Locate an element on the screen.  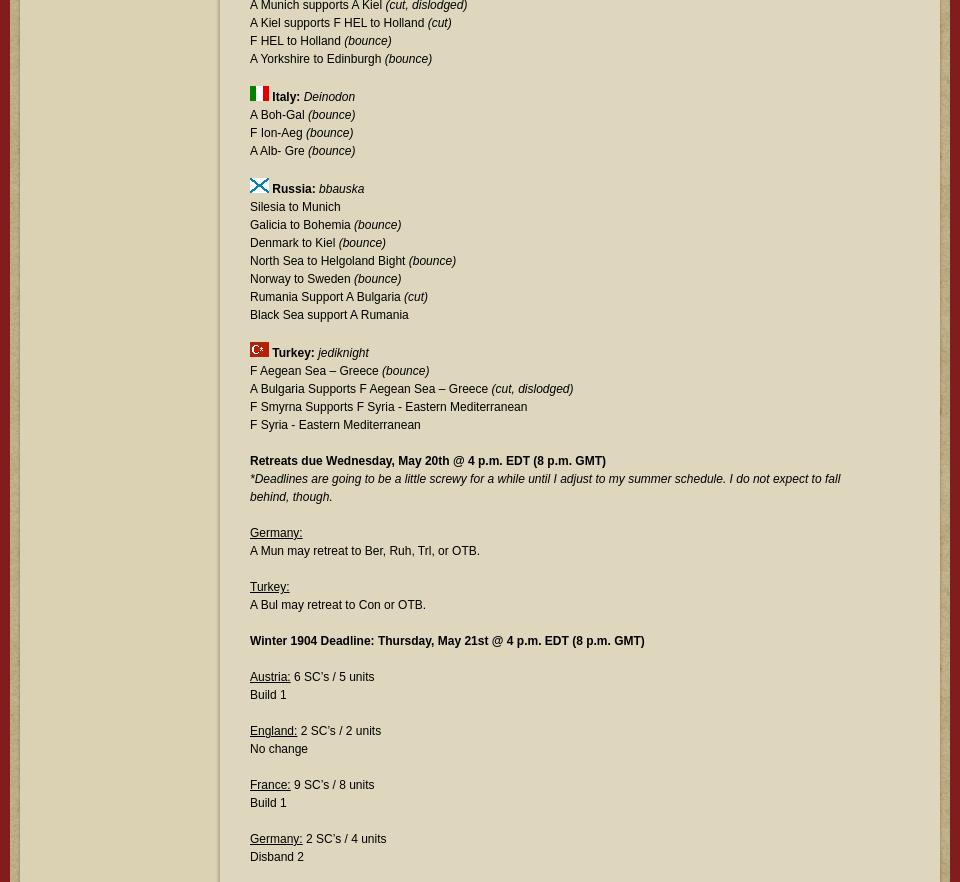
'England:' is located at coordinates (272, 730).